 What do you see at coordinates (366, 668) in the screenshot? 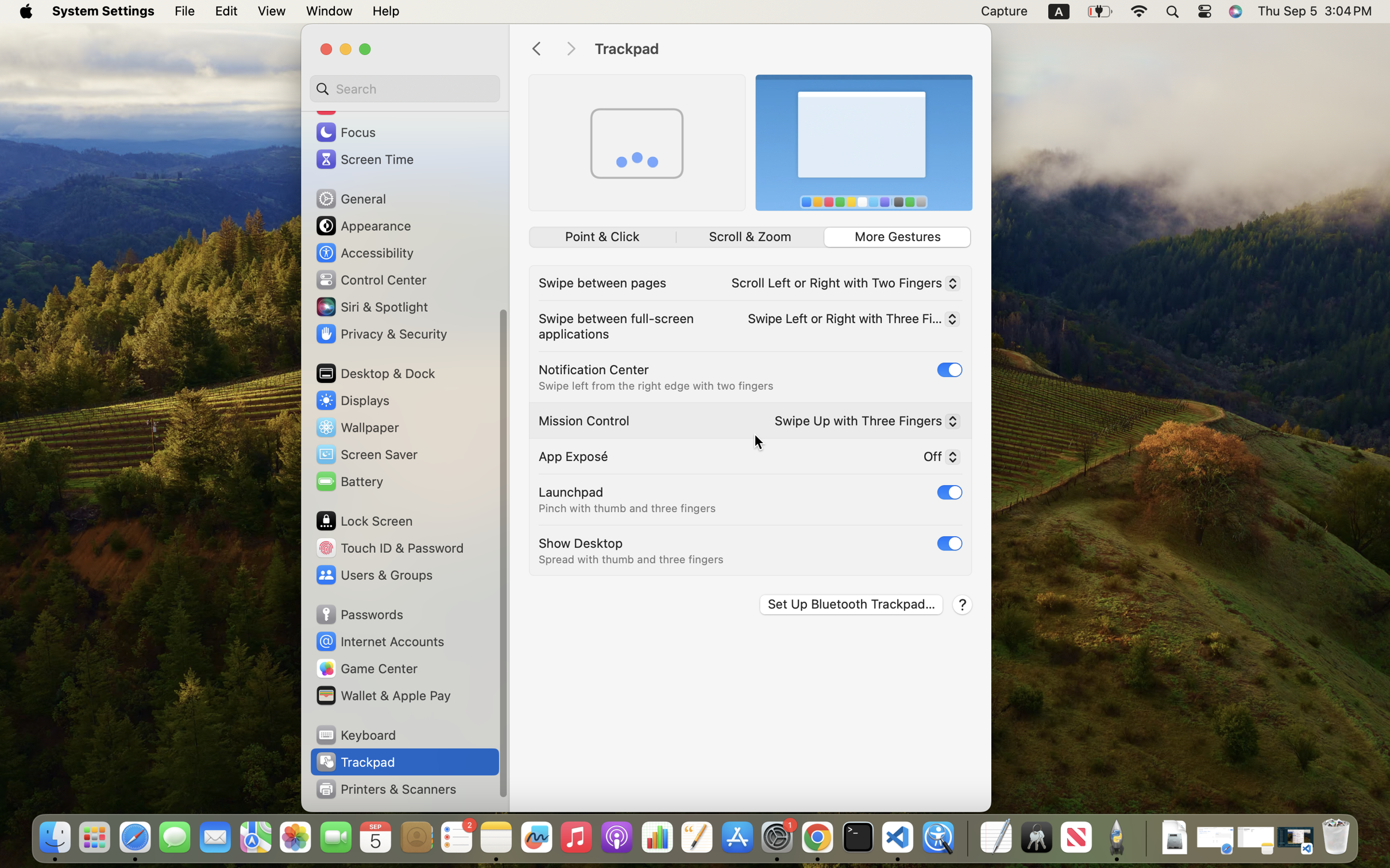
I see `'Game Center'` at bounding box center [366, 668].